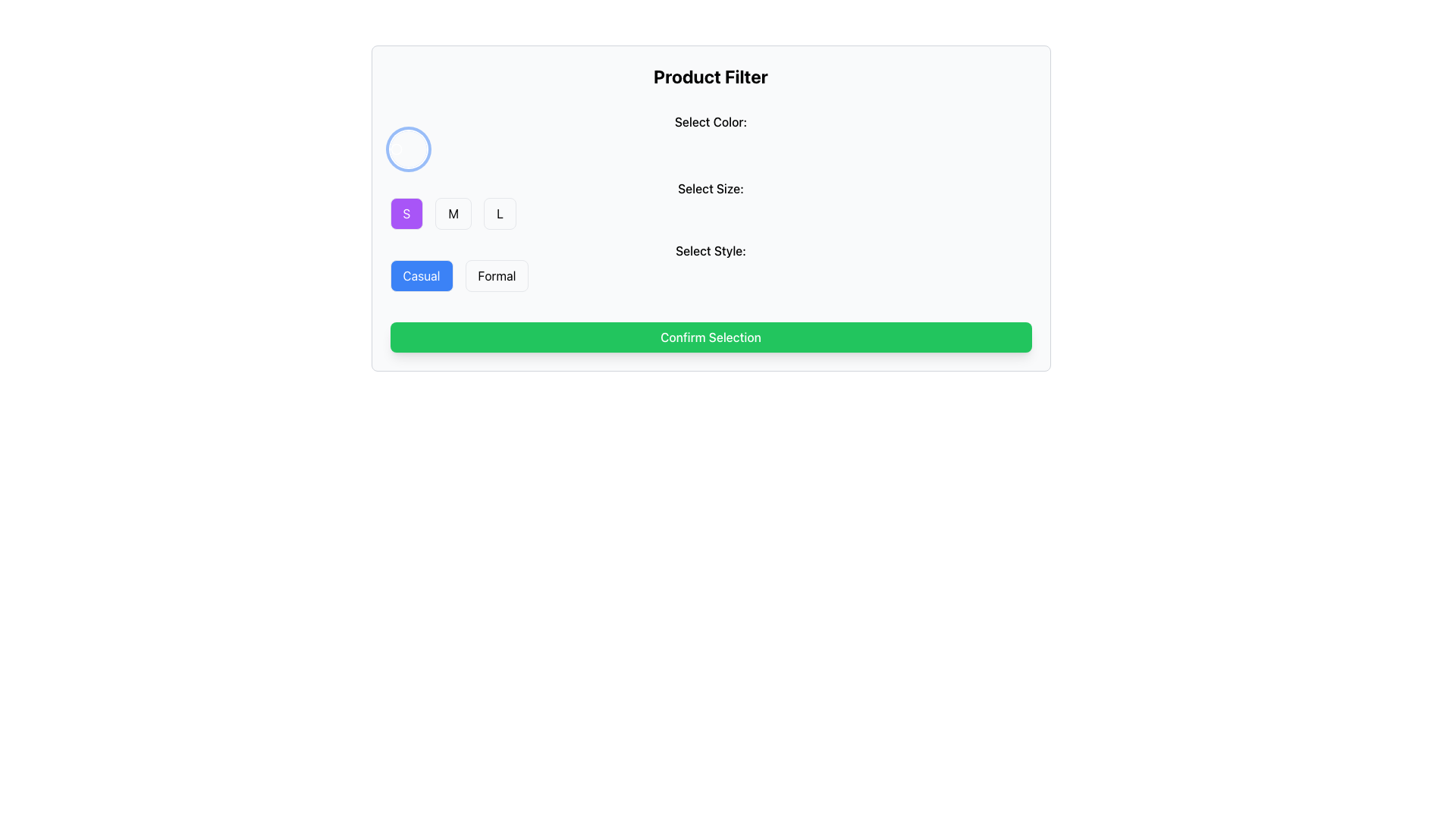  What do you see at coordinates (710, 208) in the screenshot?
I see `options from the dropdown menus within the light gray panel with rounded corners that contains multiple interactive components` at bounding box center [710, 208].